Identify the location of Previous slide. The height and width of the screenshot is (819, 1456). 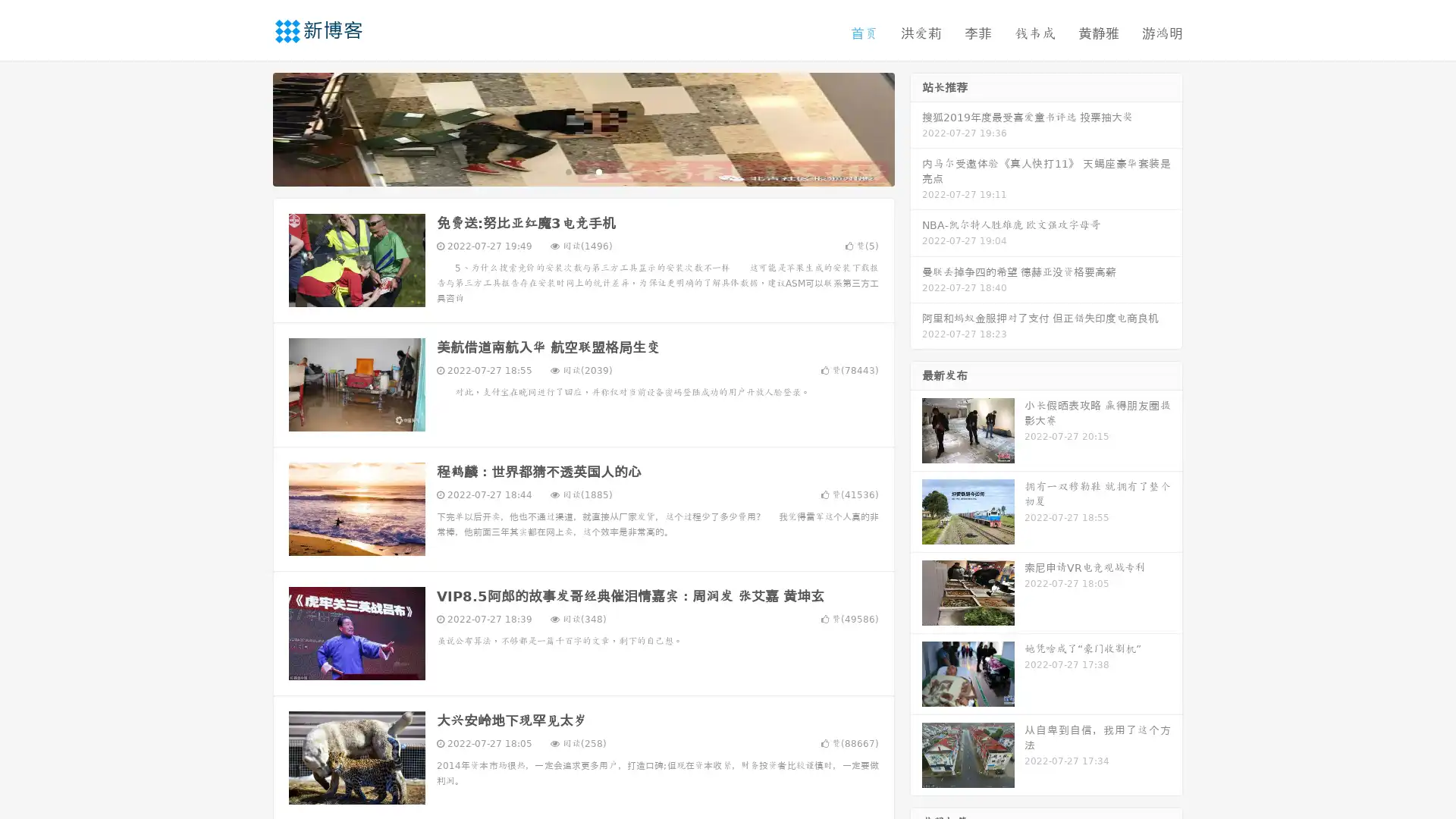
(250, 127).